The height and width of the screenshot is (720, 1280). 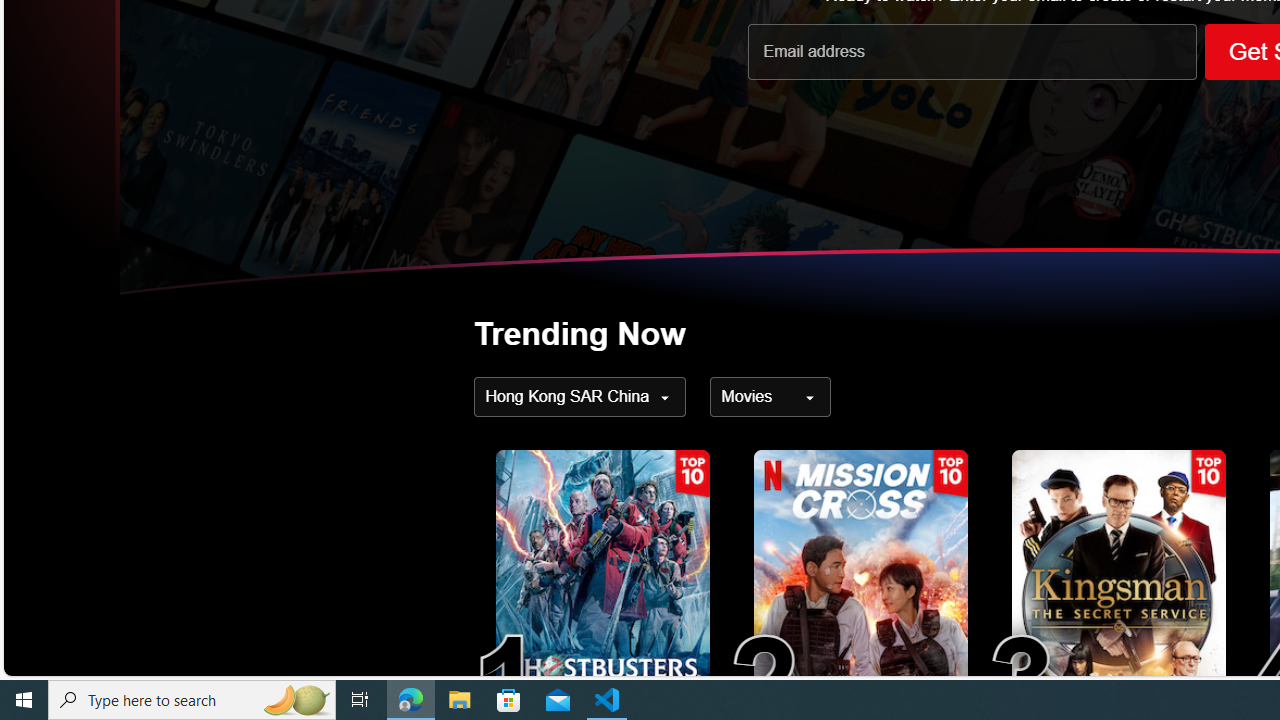 What do you see at coordinates (972, 50) in the screenshot?
I see `'Email address'` at bounding box center [972, 50].